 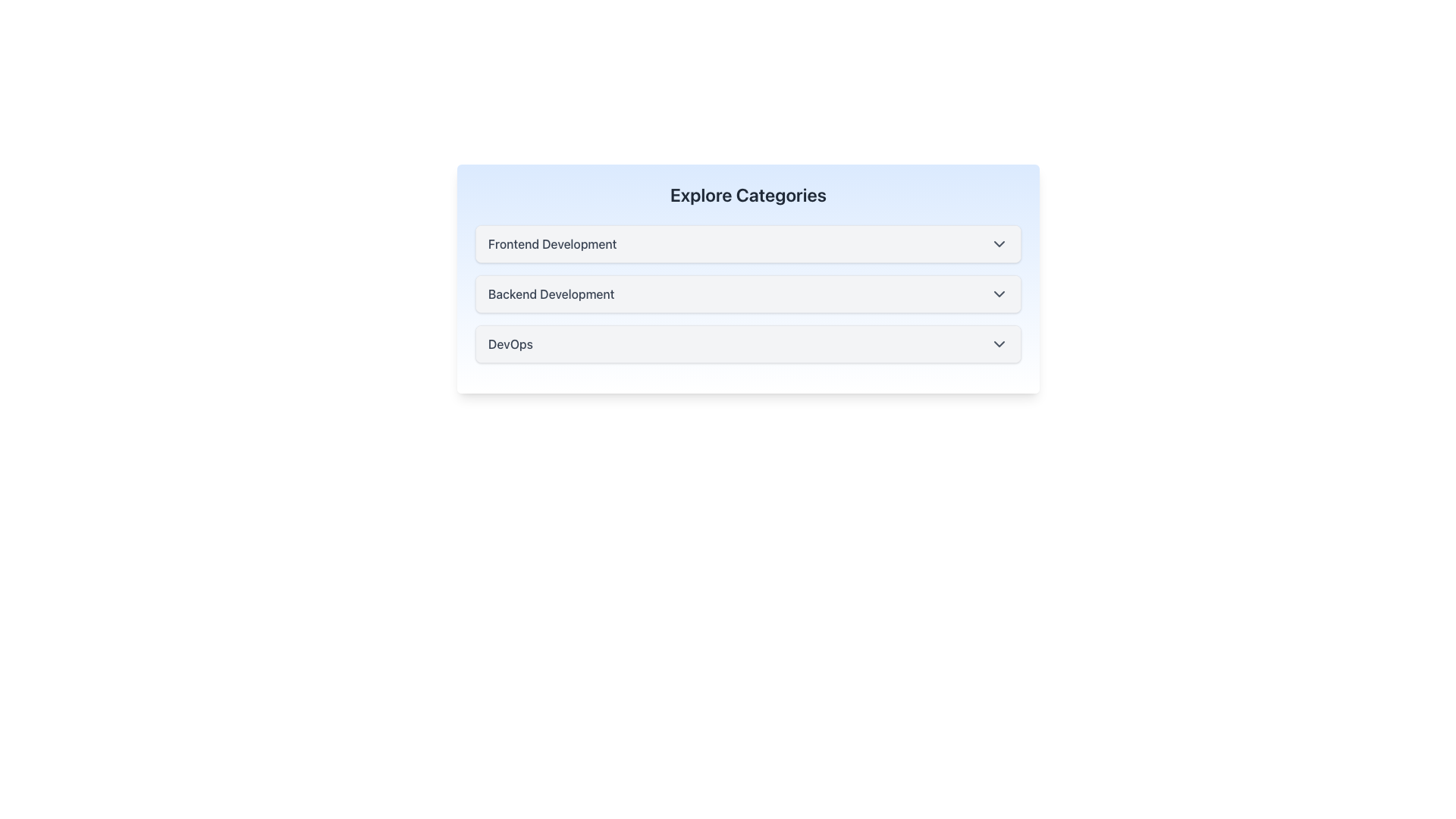 I want to click on the chevron-down icon located at the far-right end of the 'Frontend Development' list item, so click(x=999, y=243).